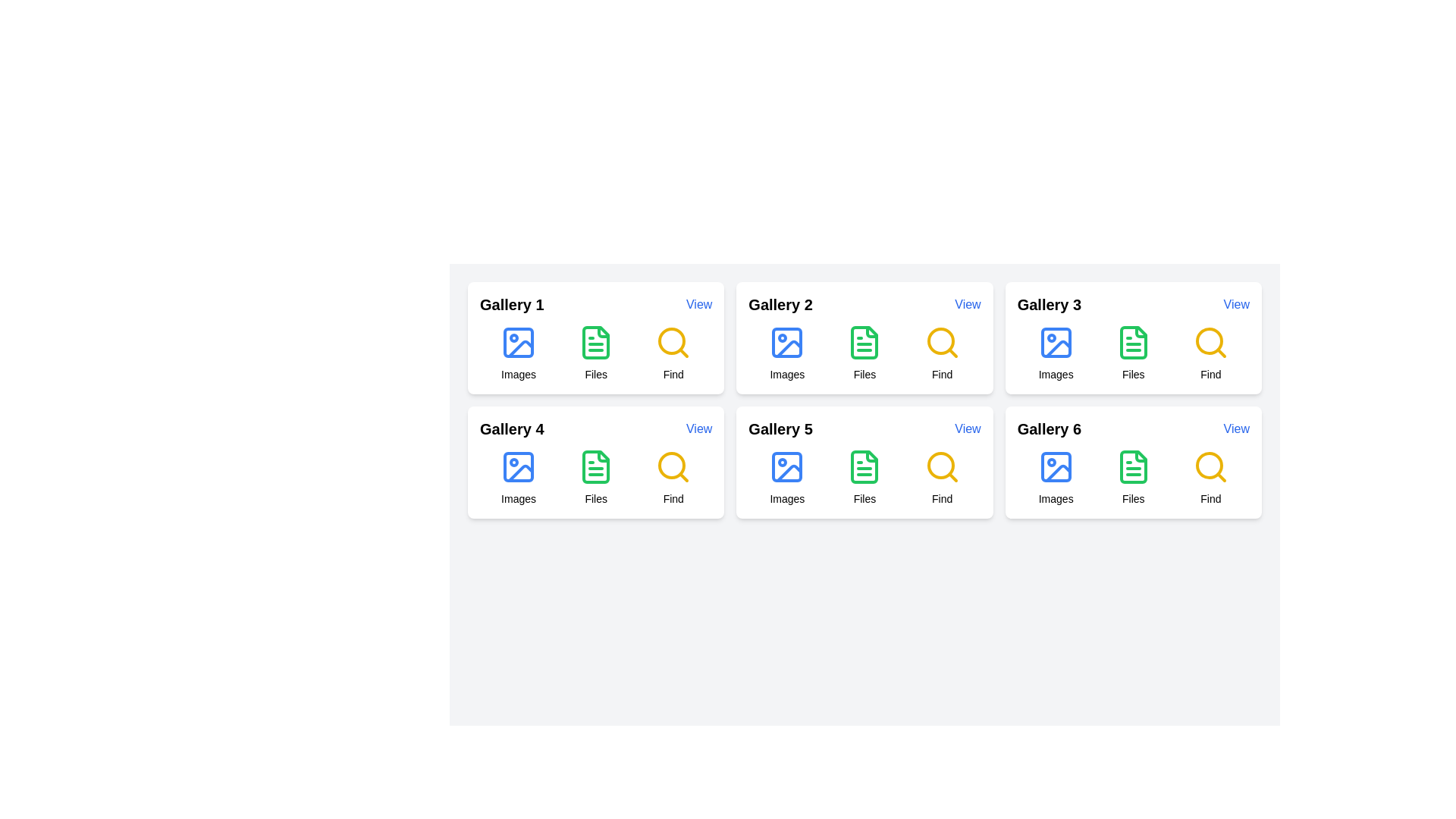 The width and height of the screenshot is (1456, 819). What do you see at coordinates (789, 472) in the screenshot?
I see `the curved checkmark-like graphic shape integrated within the blue rectangular image icon located in the 'Gallery 5' card, specifically positioned in the lower portion of the icon` at bounding box center [789, 472].